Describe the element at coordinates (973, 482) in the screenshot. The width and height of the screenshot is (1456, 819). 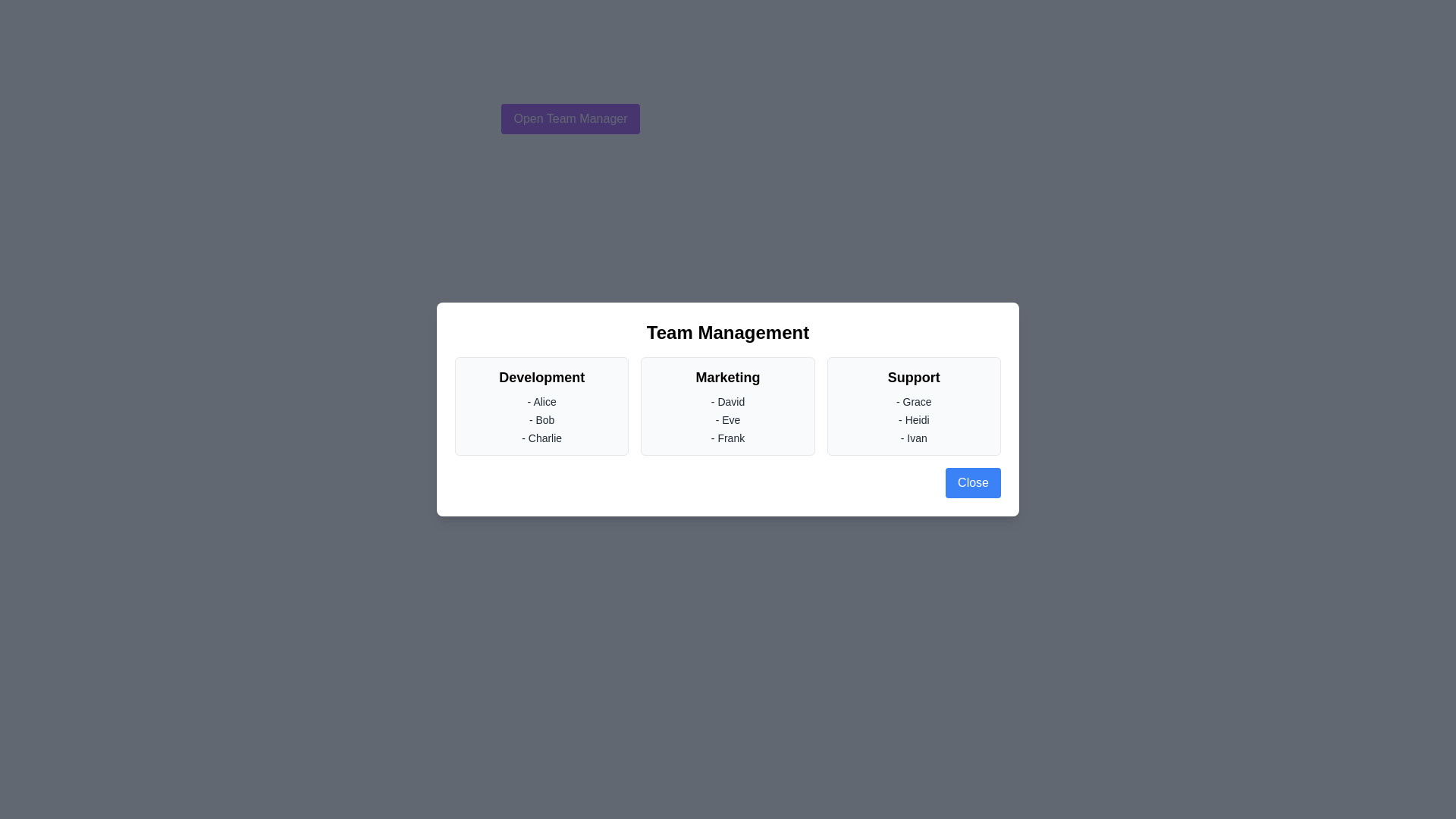
I see `the 'Close' button to close the dialog` at that location.